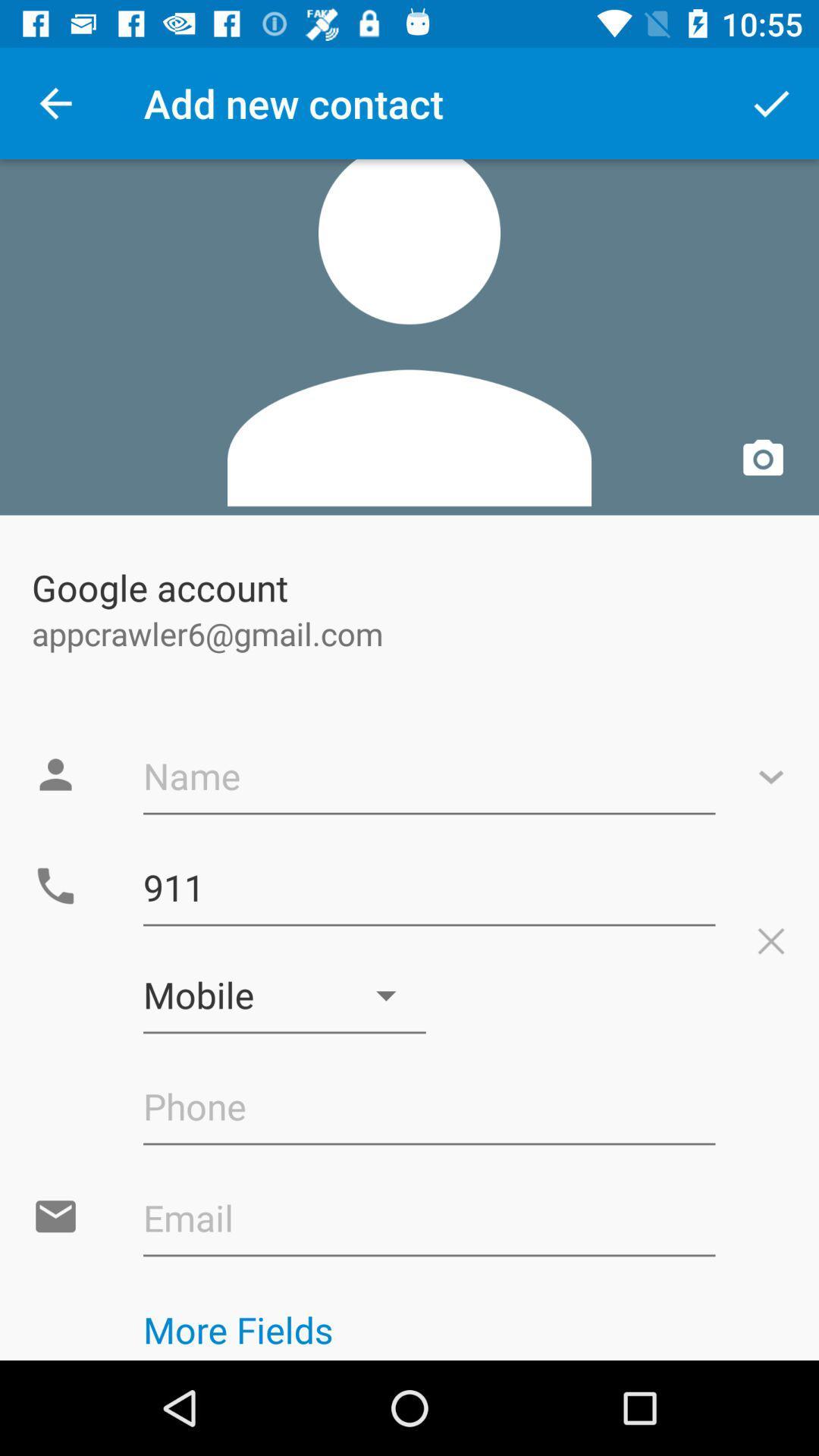 The image size is (819, 1456). I want to click on mobile field, so click(284, 996).